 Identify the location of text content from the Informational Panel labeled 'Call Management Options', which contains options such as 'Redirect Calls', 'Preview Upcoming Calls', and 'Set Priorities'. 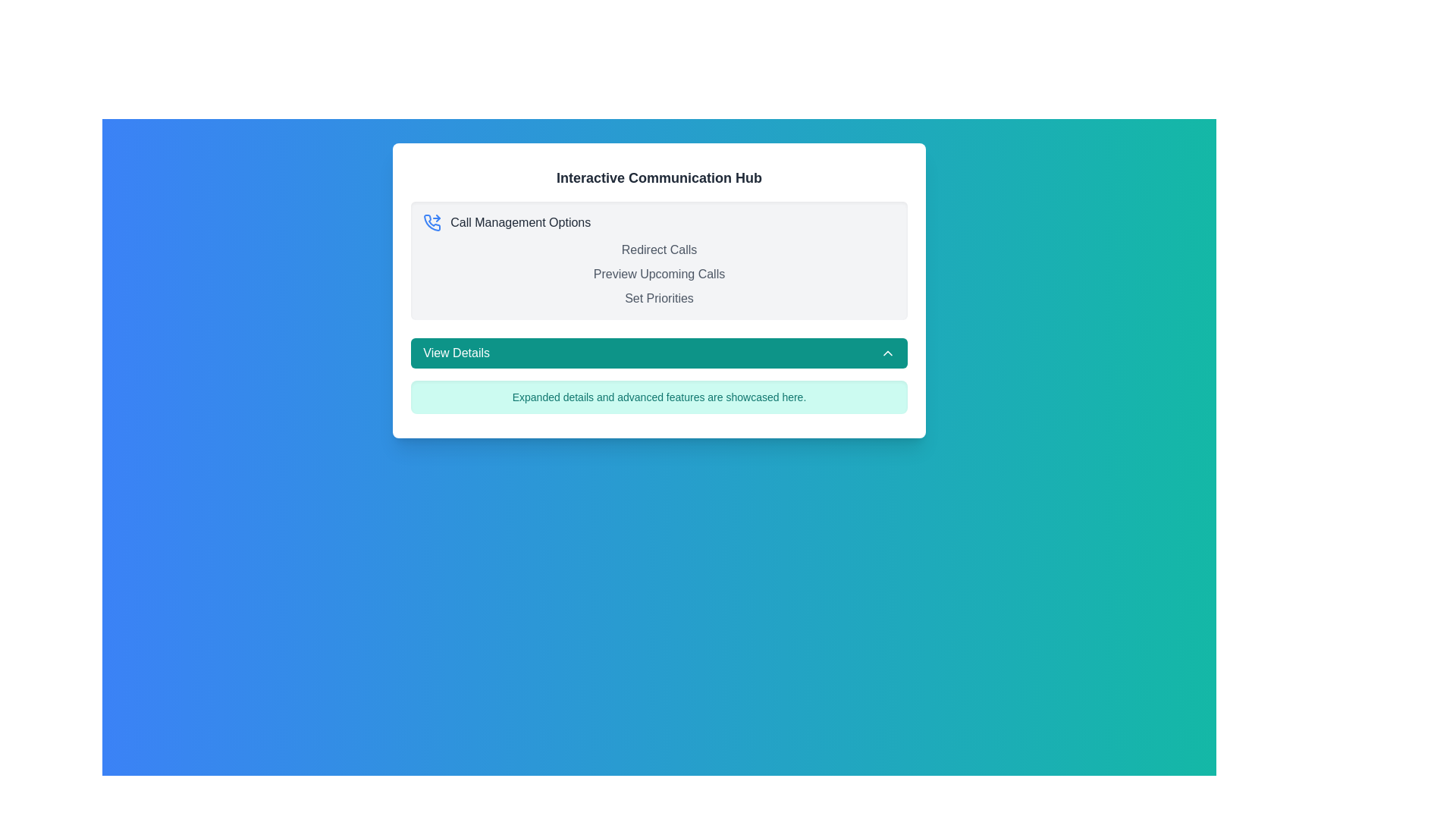
(659, 260).